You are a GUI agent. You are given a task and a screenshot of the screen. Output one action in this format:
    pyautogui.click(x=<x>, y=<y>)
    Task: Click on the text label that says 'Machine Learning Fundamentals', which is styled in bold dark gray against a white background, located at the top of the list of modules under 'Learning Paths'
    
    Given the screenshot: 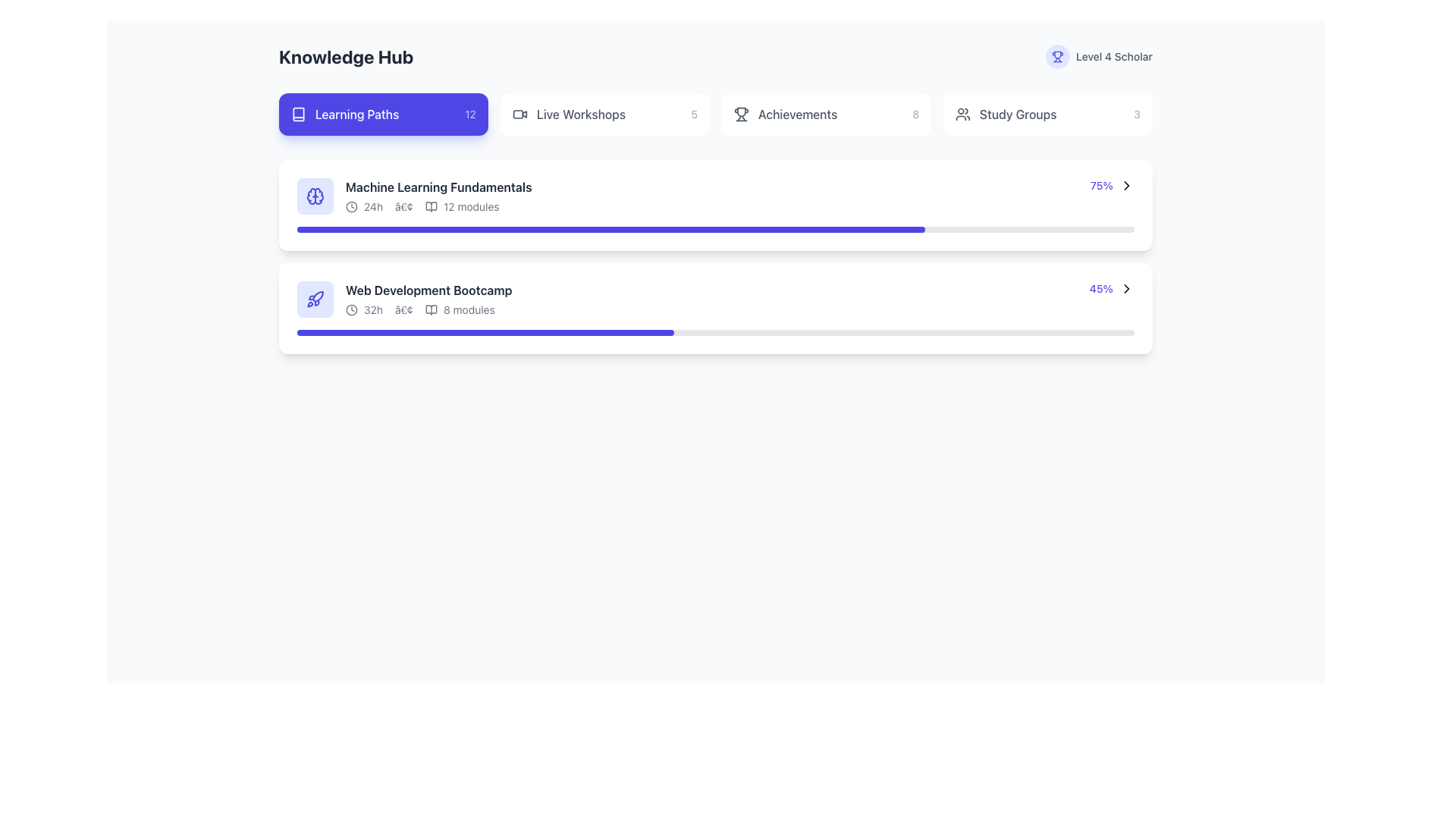 What is the action you would take?
    pyautogui.click(x=438, y=186)
    